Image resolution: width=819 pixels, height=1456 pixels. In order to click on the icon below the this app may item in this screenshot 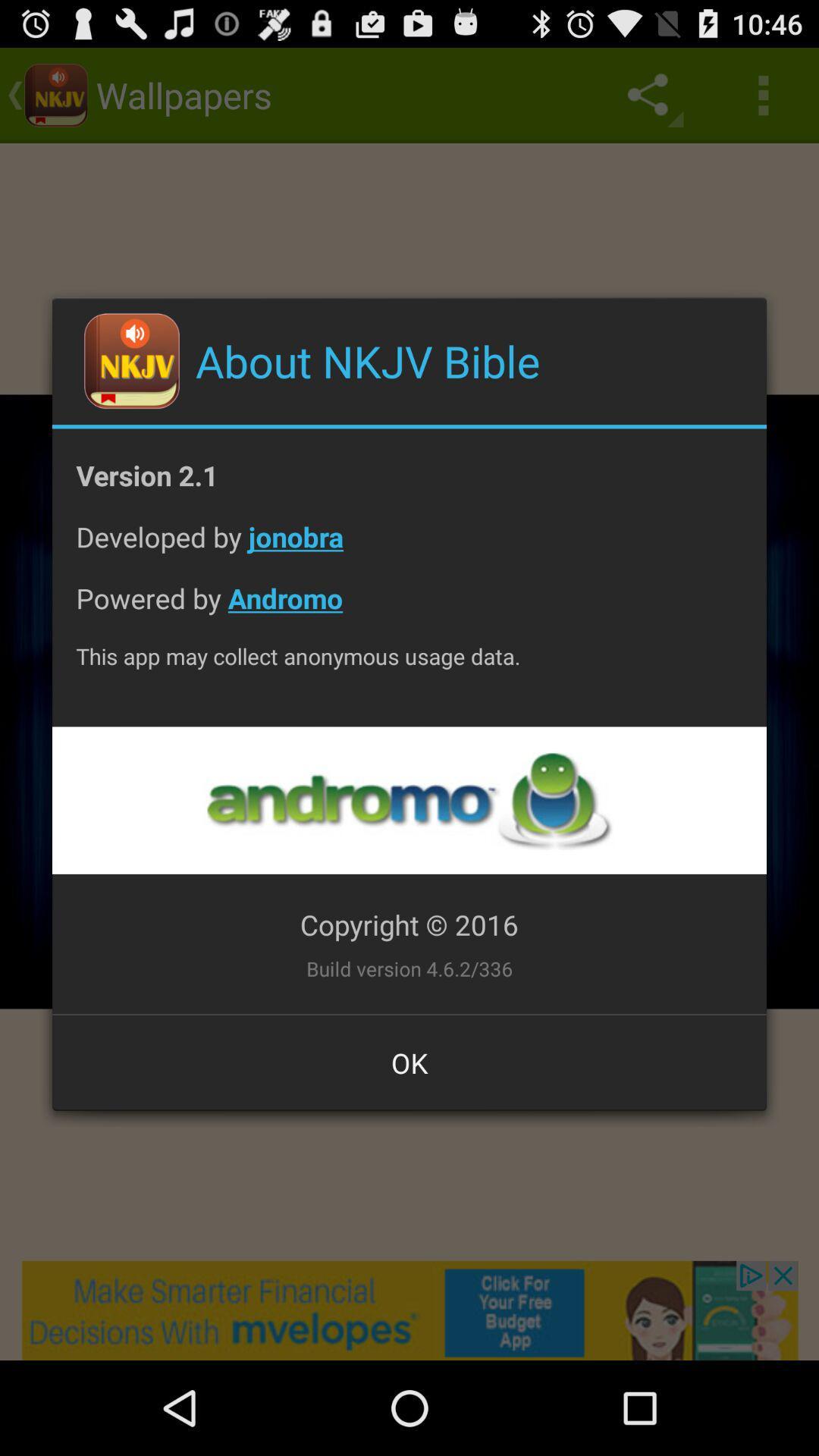, I will do `click(408, 799)`.